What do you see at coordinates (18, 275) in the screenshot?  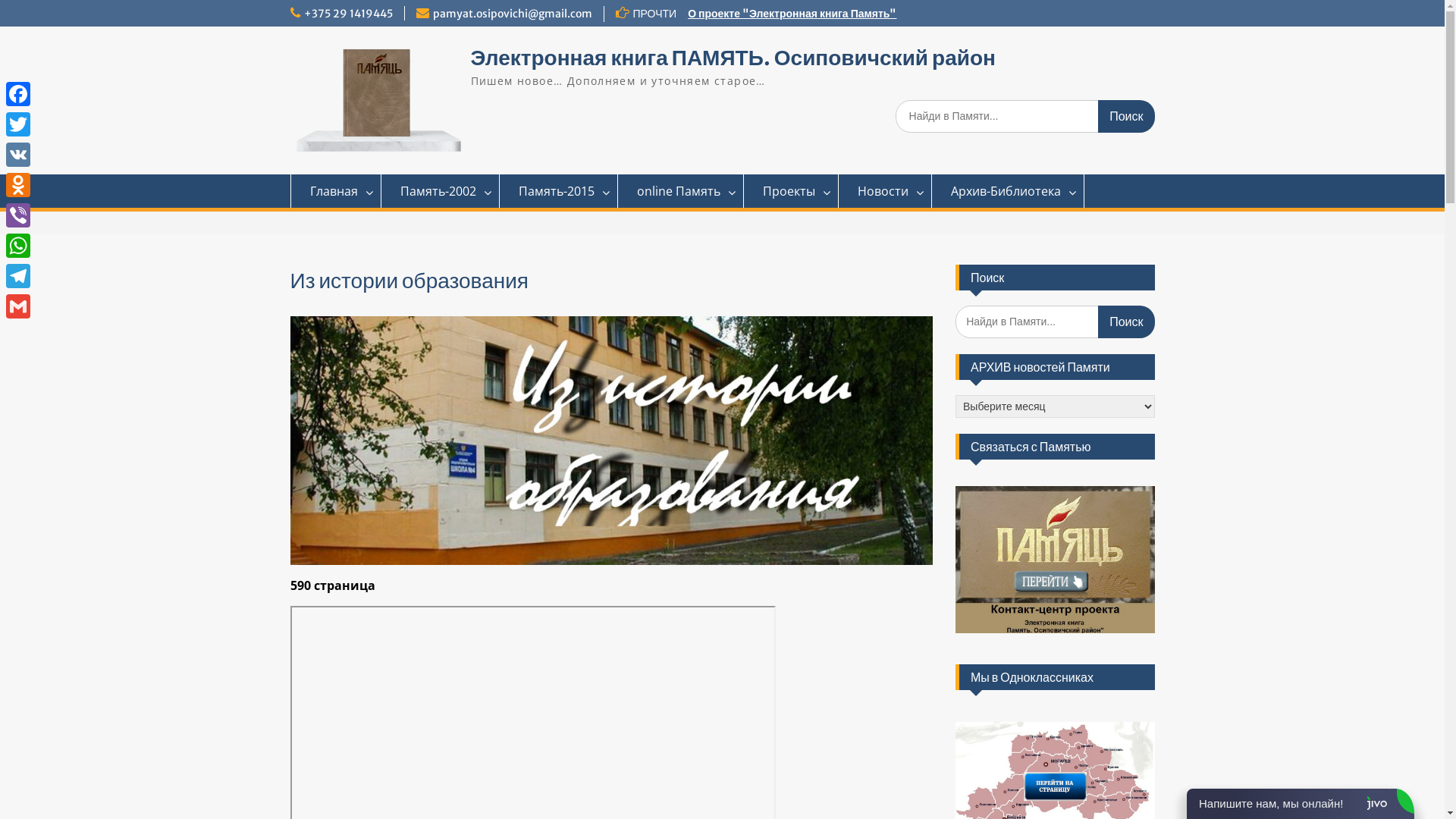 I see `'Telegram'` at bounding box center [18, 275].